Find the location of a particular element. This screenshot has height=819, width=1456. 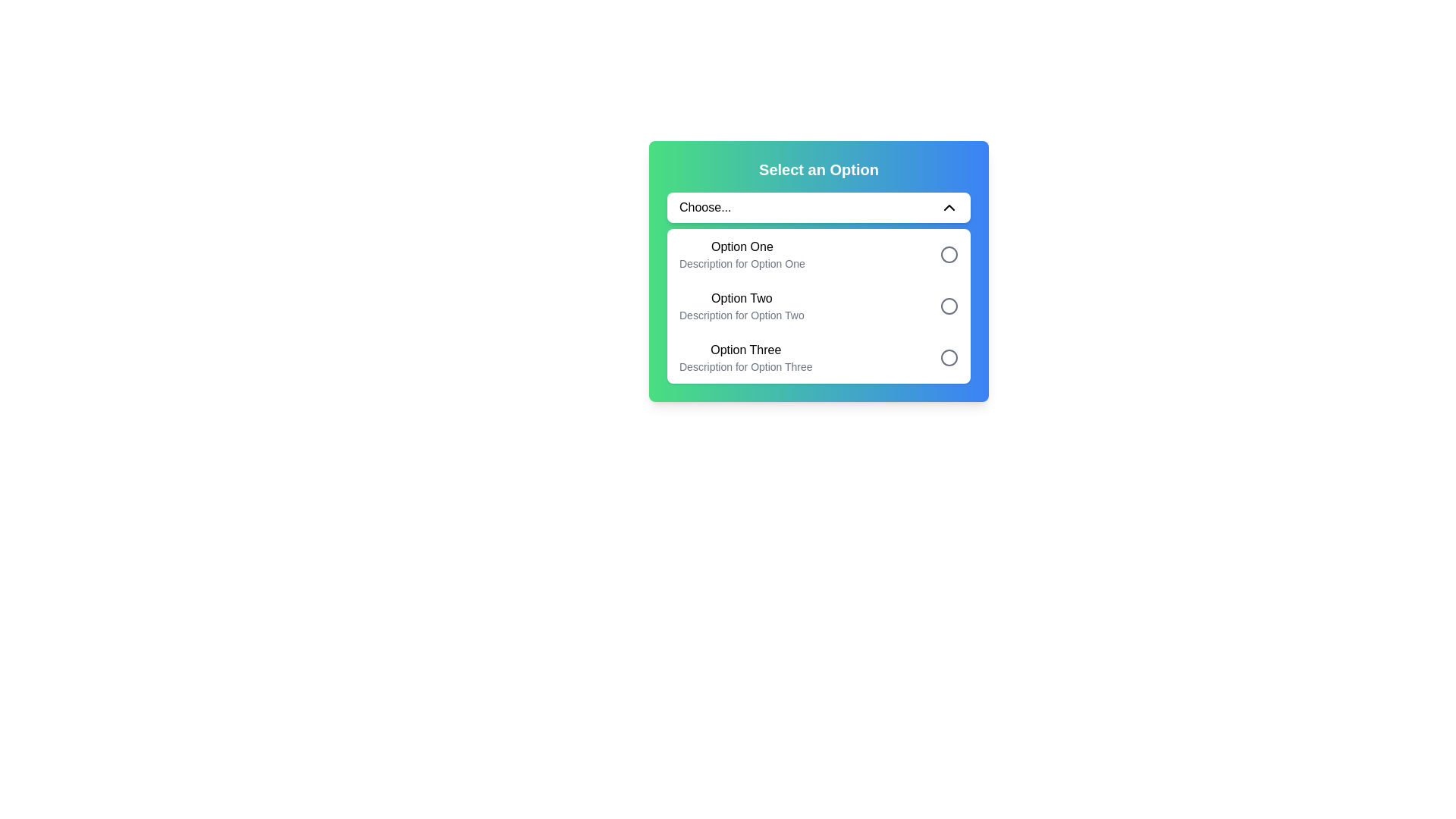

the text label reading 'Description for Option One', which is styled in a smaller gray font and positioned directly below the main label 'Option One' in the dropdown menu is located at coordinates (742, 262).